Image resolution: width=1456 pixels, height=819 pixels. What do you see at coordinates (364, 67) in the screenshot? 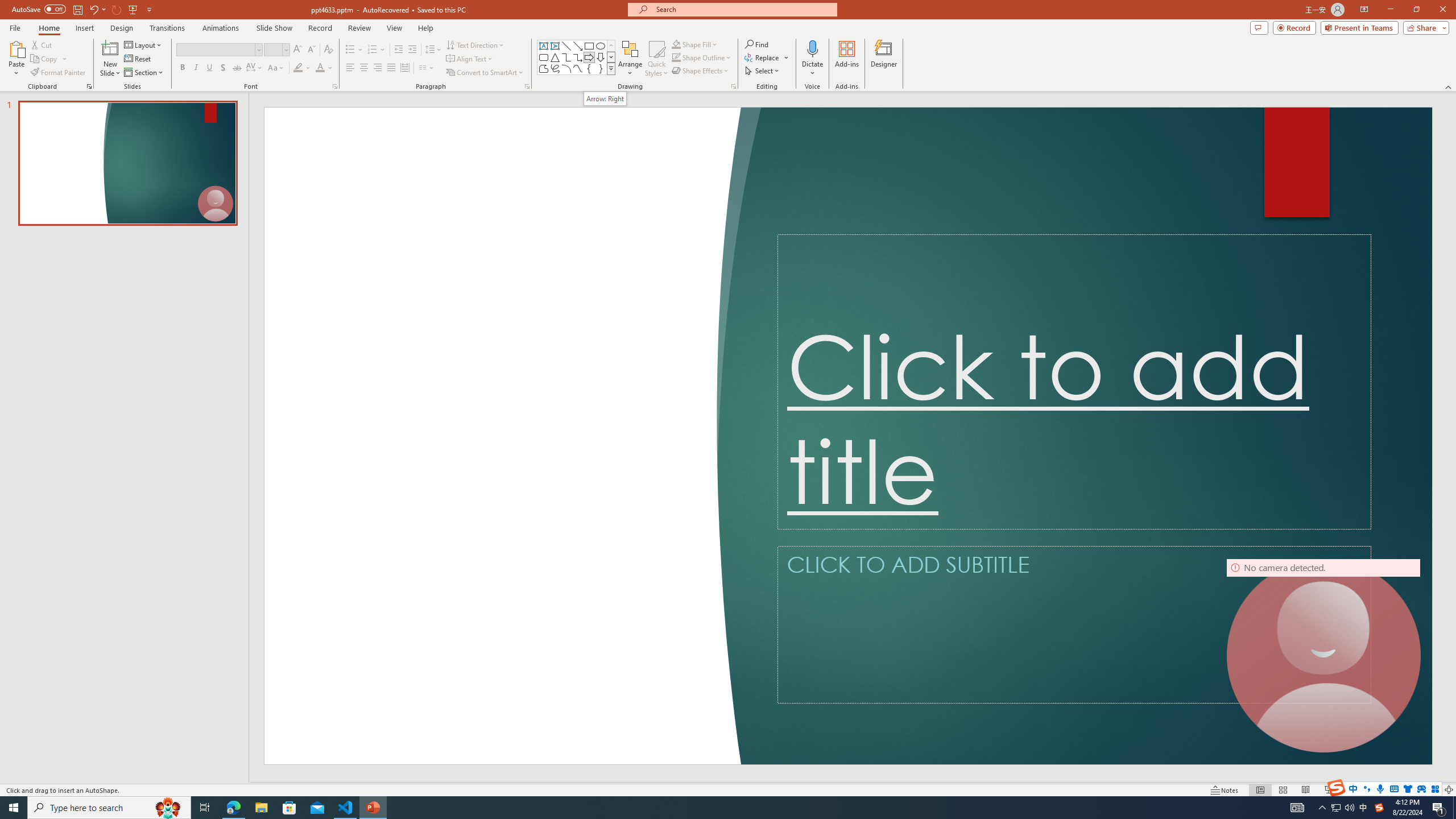
I see `'Center'` at bounding box center [364, 67].